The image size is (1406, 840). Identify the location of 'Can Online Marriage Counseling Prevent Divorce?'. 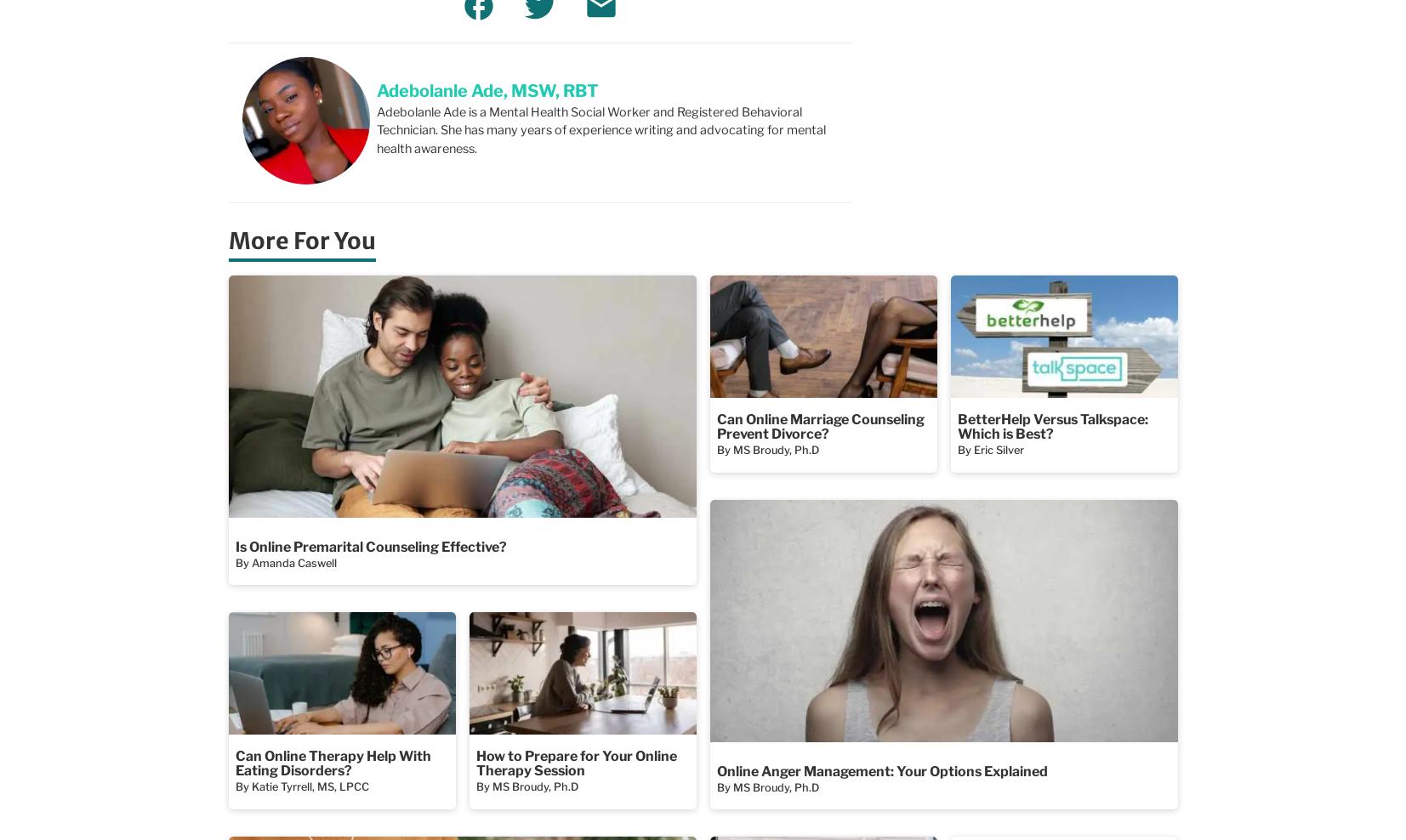
(820, 425).